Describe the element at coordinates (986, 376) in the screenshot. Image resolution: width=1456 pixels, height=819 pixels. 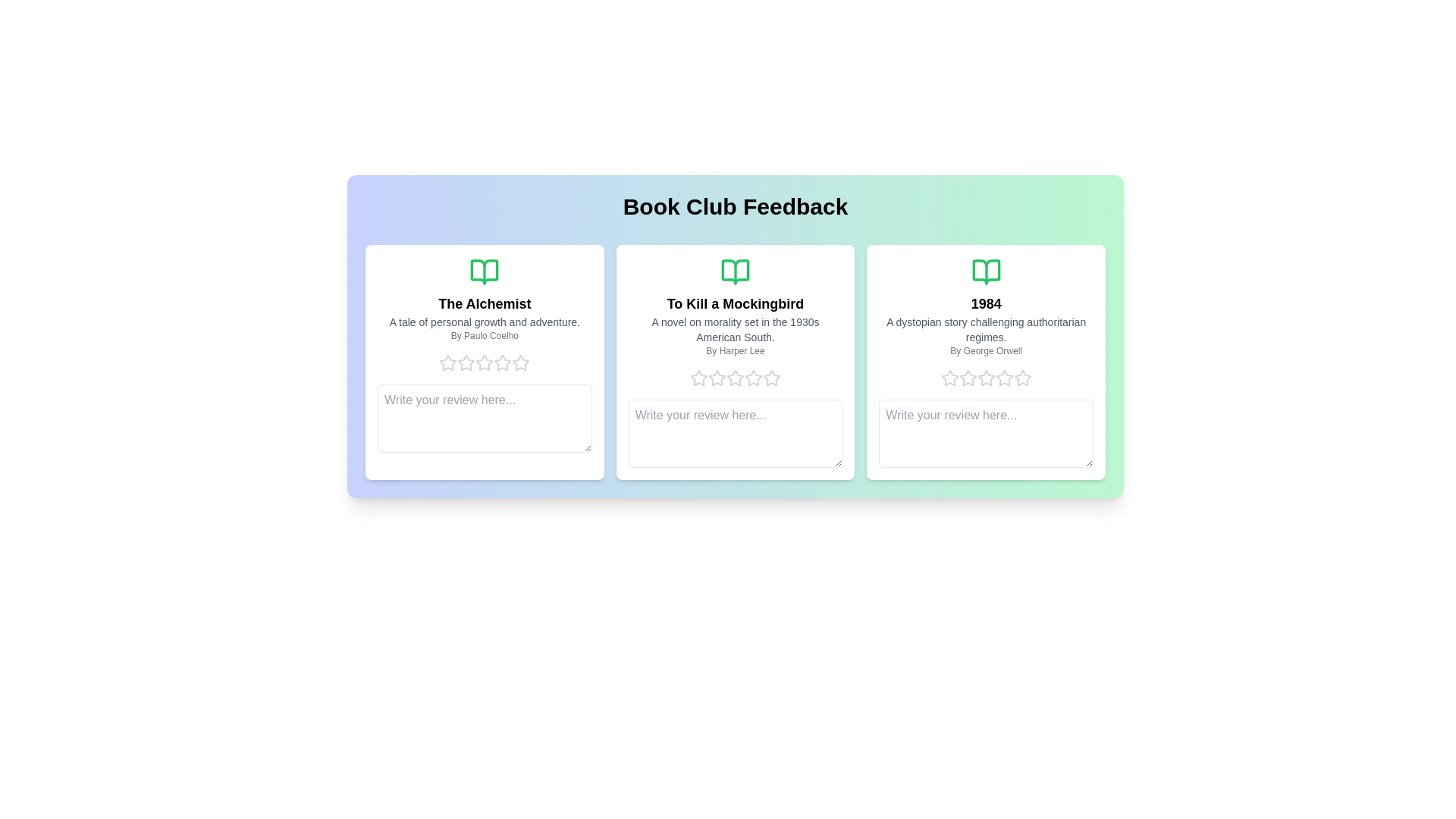
I see `the second rating star icon for the book '1984' in the 'Book Club Feedback' interface` at that location.